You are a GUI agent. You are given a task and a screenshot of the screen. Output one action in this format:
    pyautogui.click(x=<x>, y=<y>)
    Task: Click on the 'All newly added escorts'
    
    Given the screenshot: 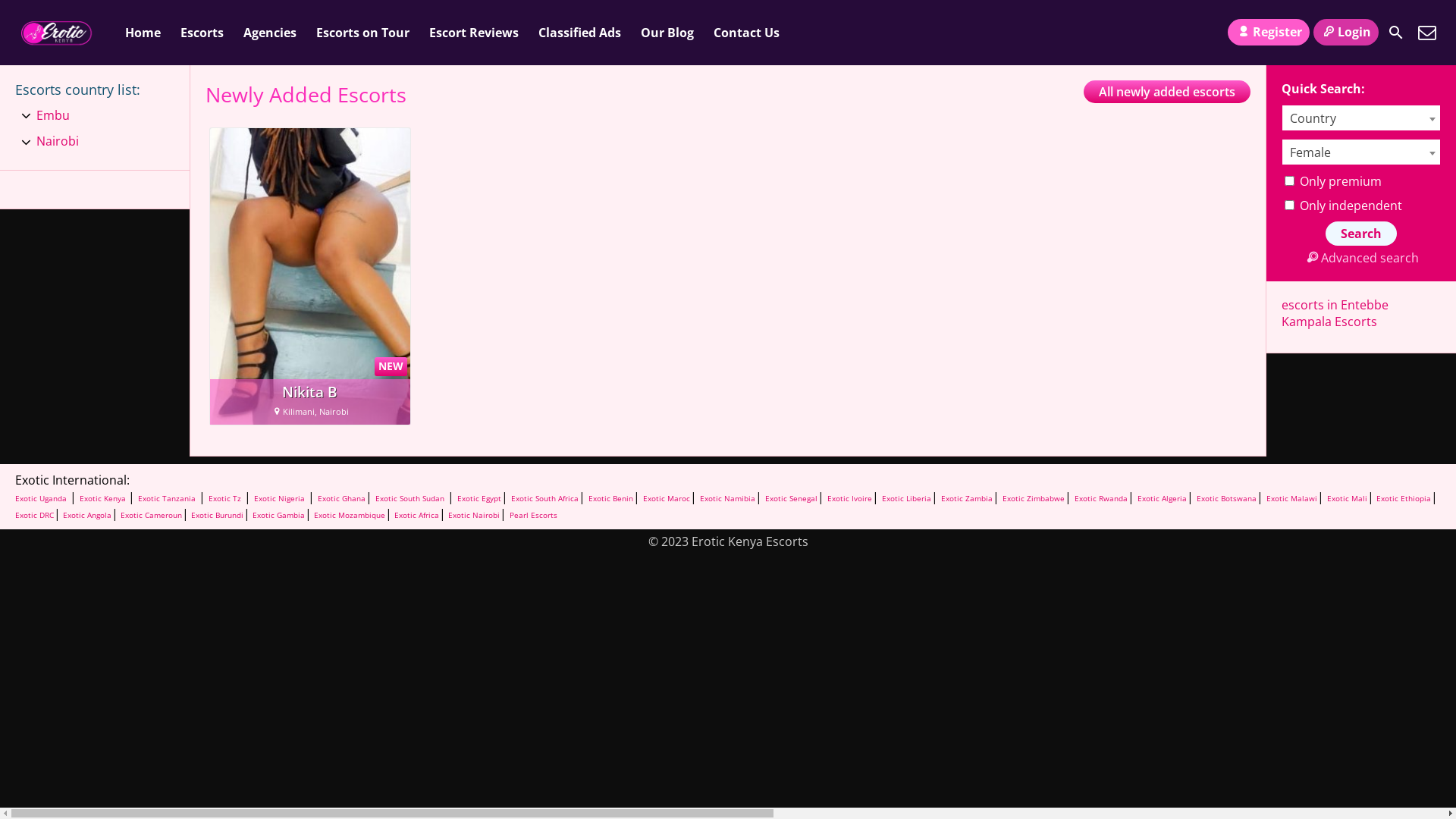 What is the action you would take?
    pyautogui.click(x=1166, y=91)
    